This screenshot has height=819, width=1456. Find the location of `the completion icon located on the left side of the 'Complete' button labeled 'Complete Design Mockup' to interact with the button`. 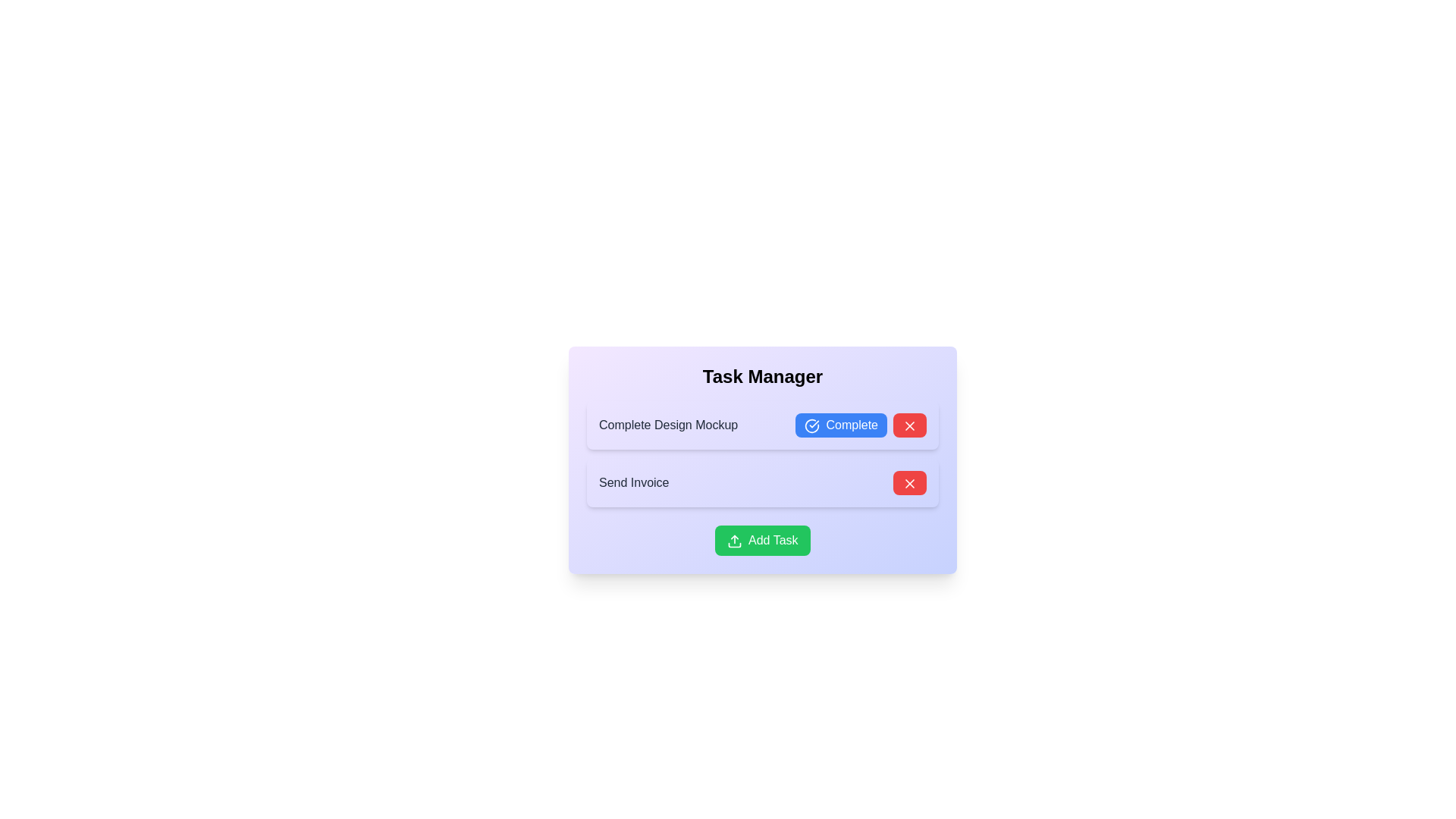

the completion icon located on the left side of the 'Complete' button labeled 'Complete Design Mockup' to interact with the button is located at coordinates (811, 425).